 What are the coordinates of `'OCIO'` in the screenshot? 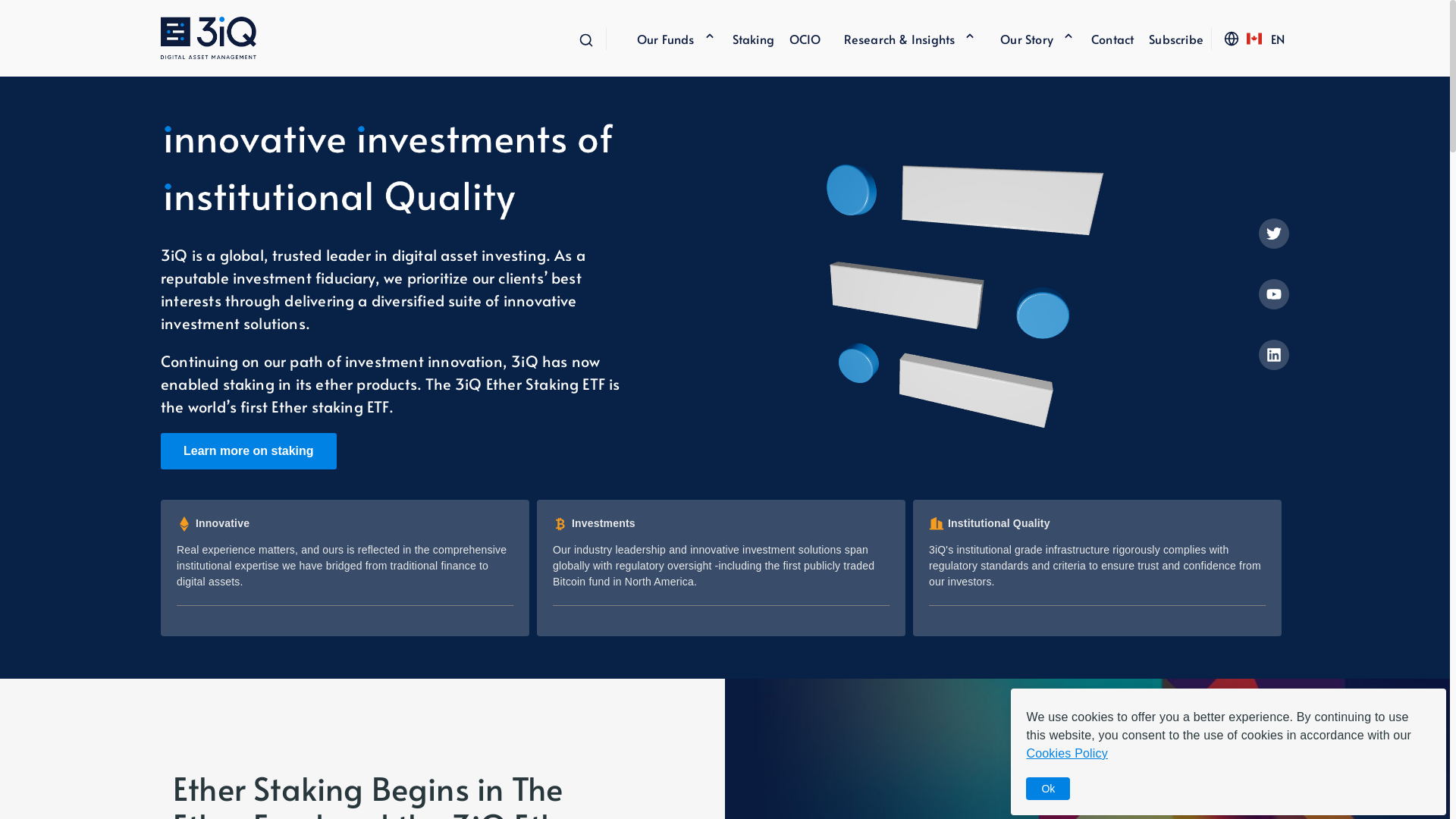 It's located at (796, 37).